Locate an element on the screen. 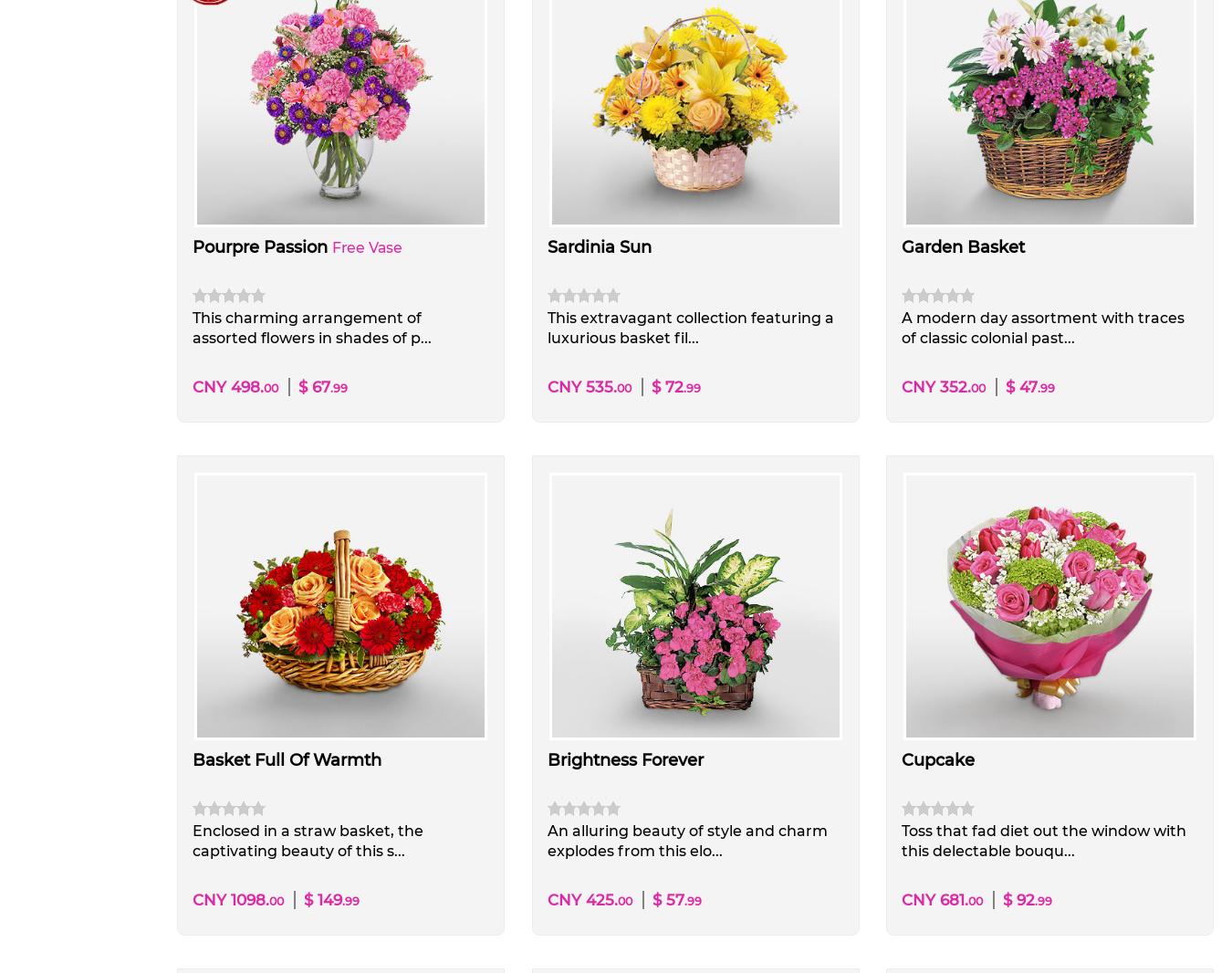 The image size is (1232, 973). 'CNY 535.' is located at coordinates (581, 385).